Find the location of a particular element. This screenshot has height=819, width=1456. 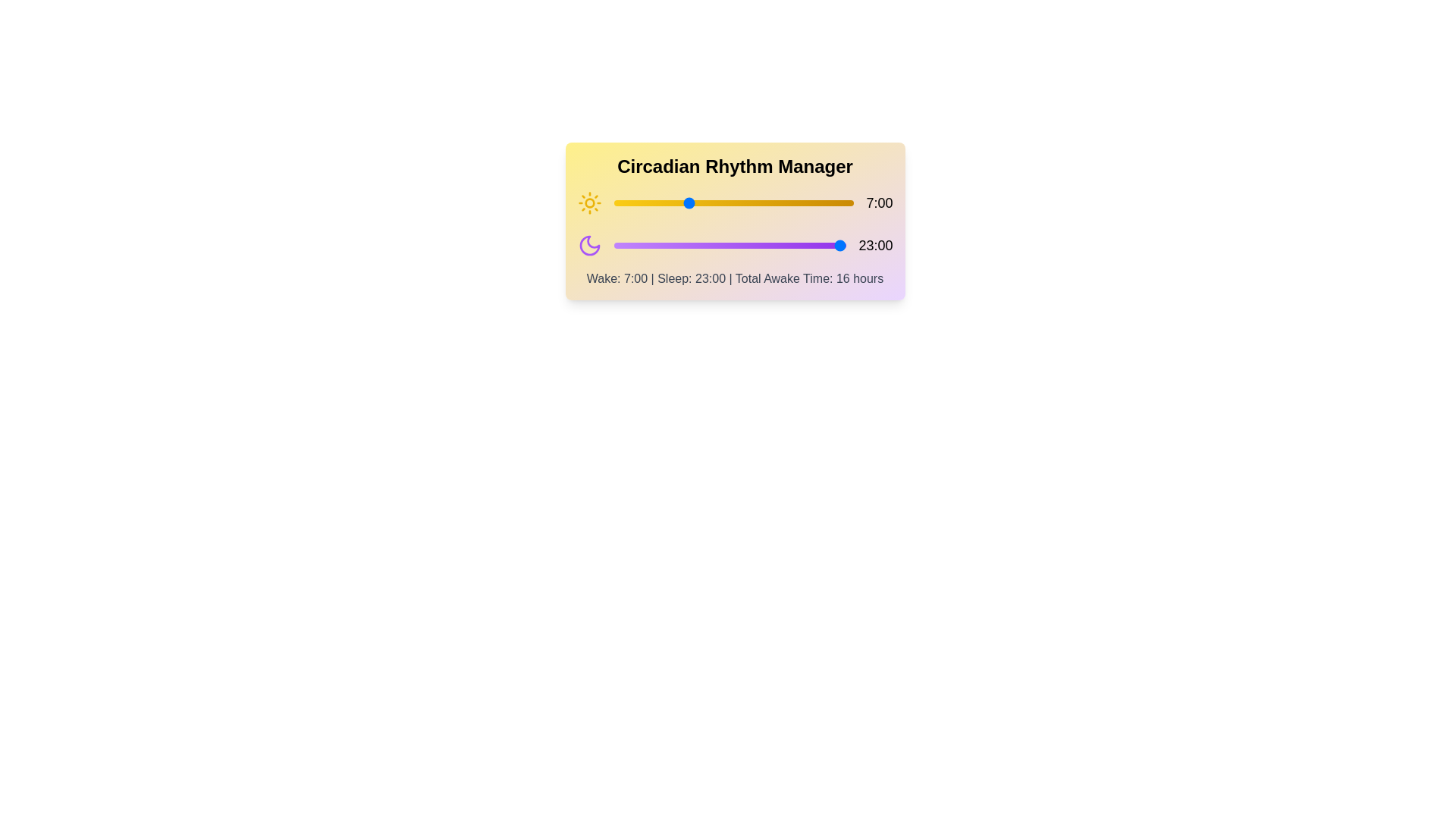

the wake time slider to 21 hours is located at coordinates (832, 202).